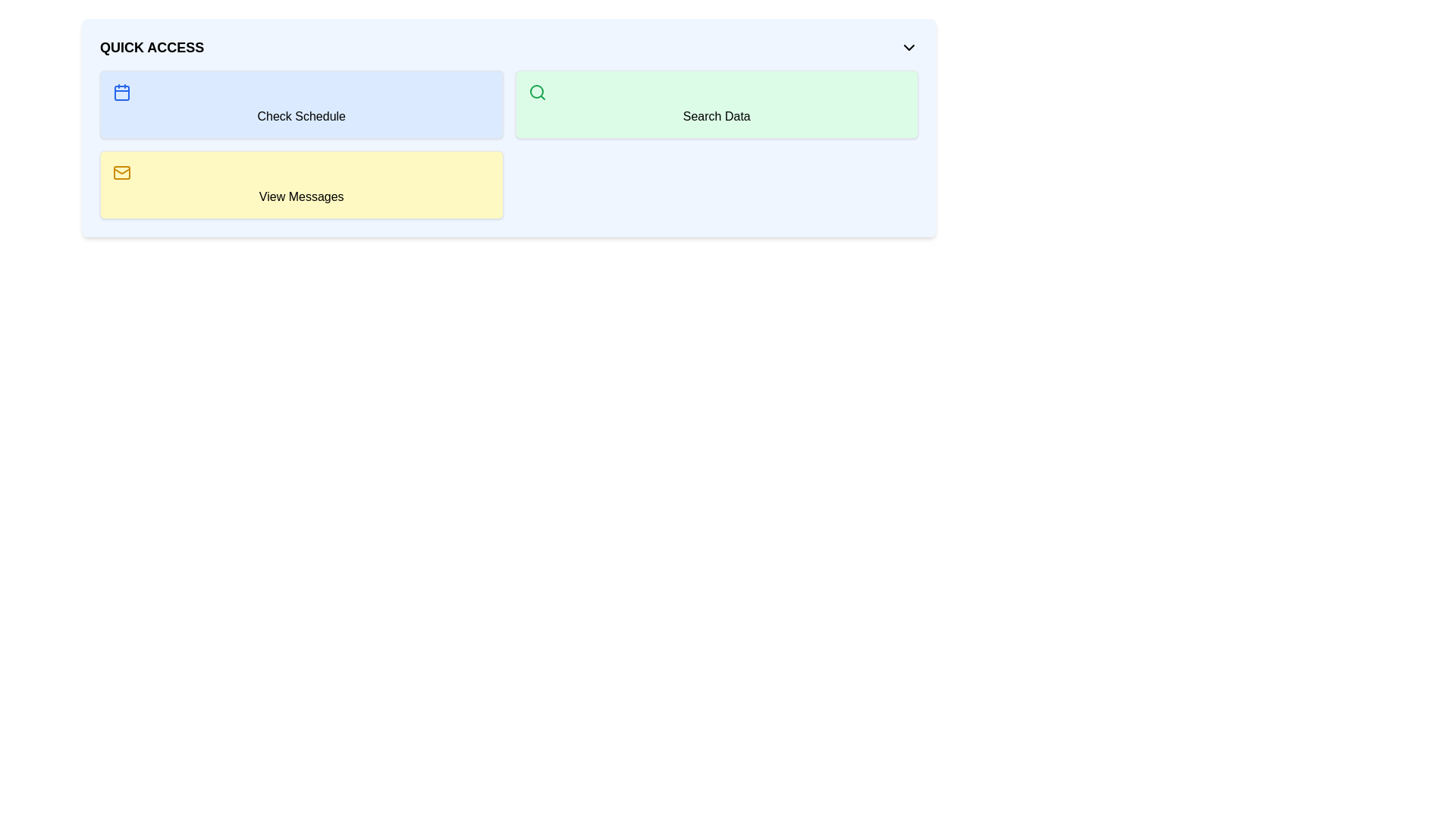  I want to click on the 'Search Data' button with a light green background, so click(716, 104).